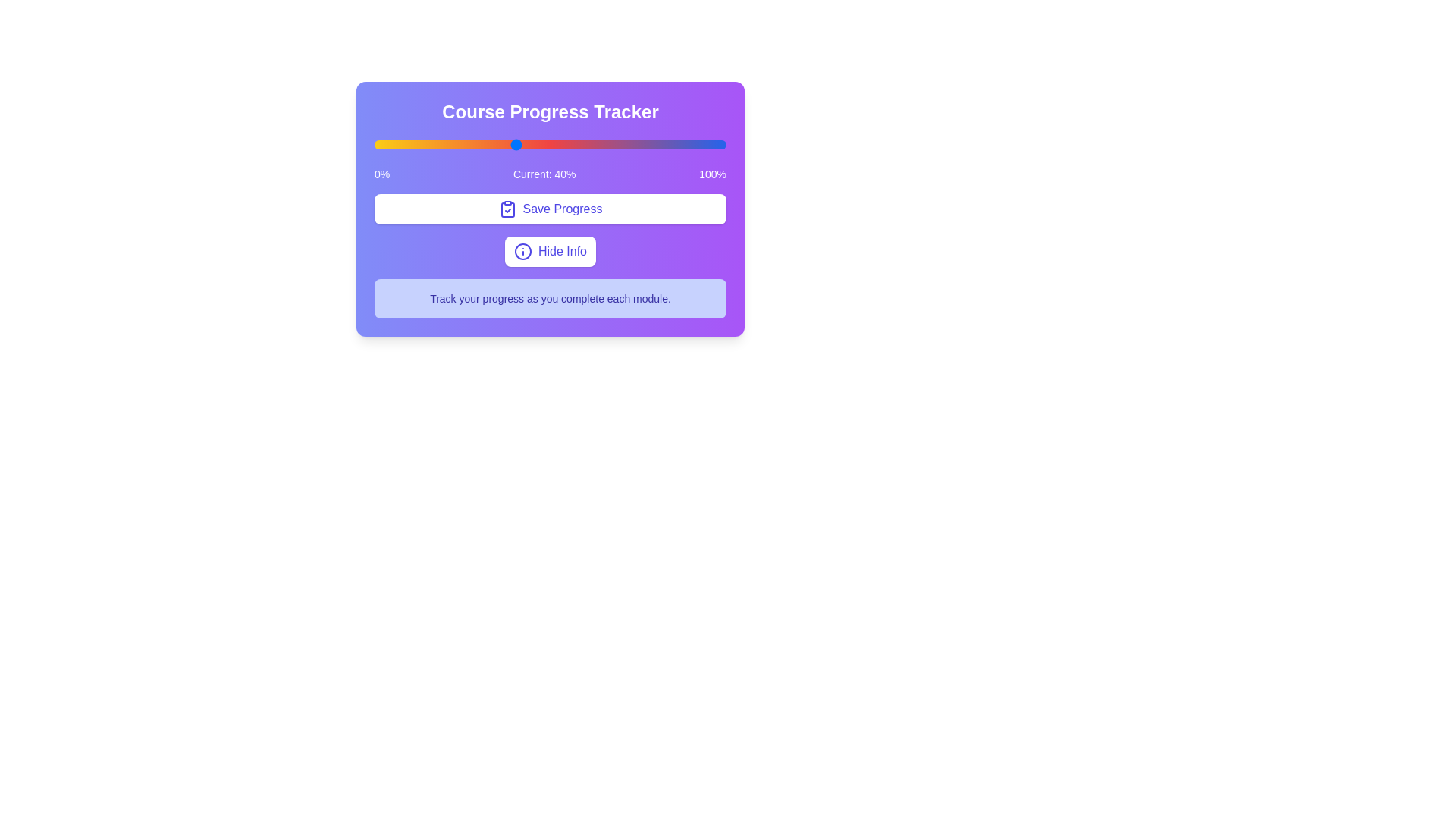 The height and width of the screenshot is (819, 1456). Describe the element at coordinates (549, 111) in the screenshot. I see `the centered, bold text element labeled 'Course Progress Tracker', which is styled with a large font size and white color on a vibrant purple background` at that location.